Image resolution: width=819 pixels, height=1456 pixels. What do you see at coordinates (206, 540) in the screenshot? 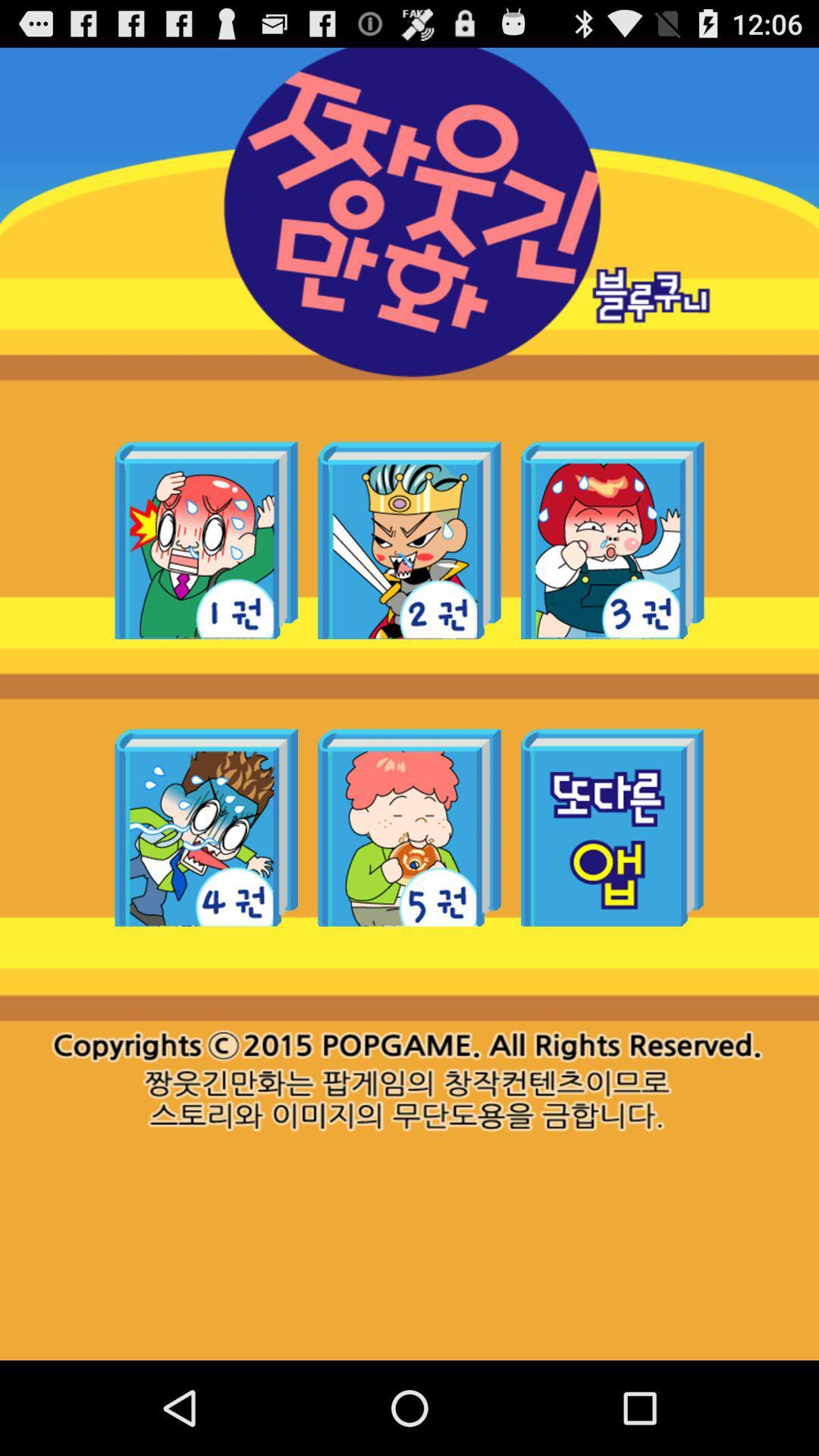
I see `a game` at bounding box center [206, 540].